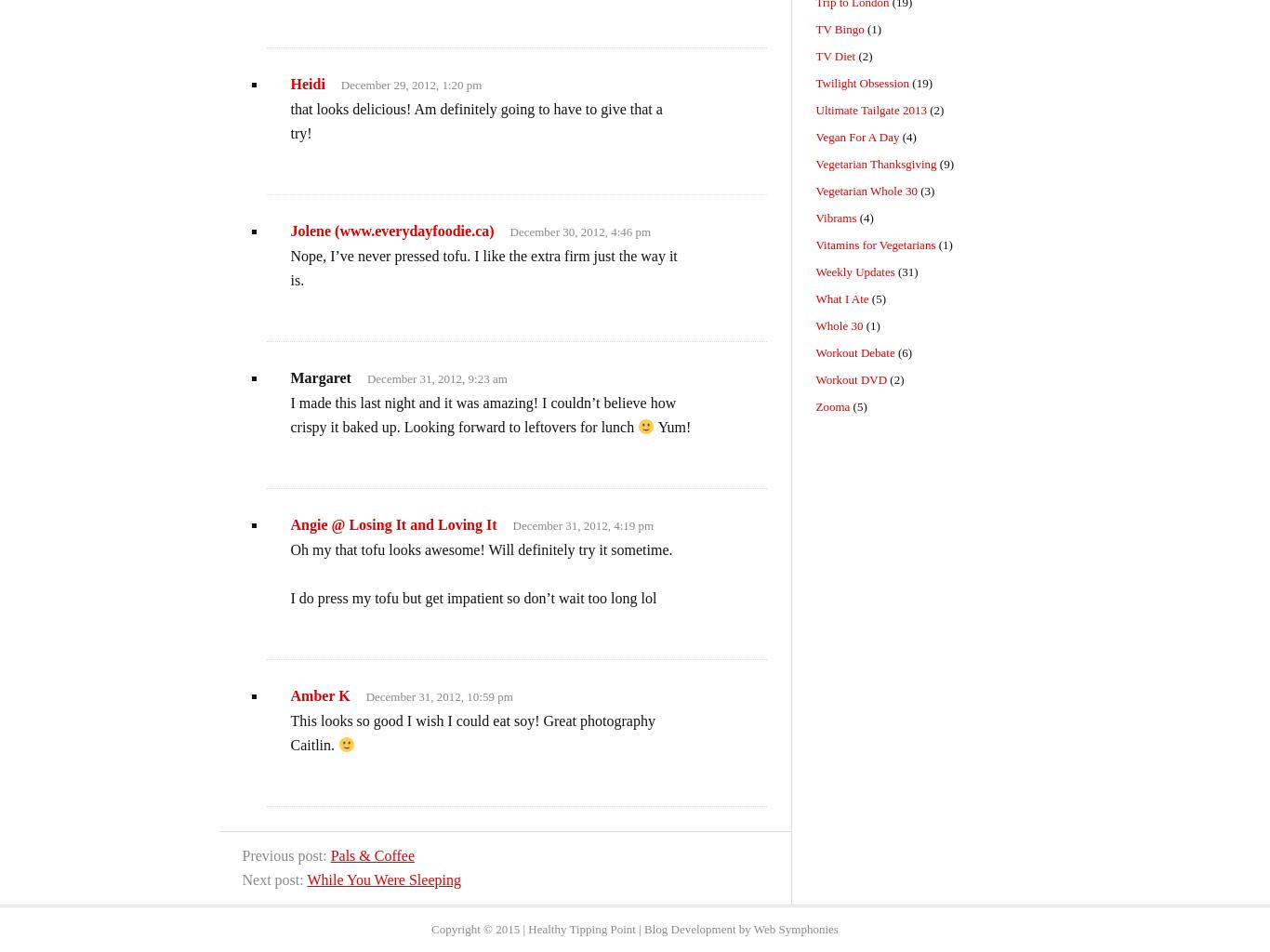 Image resolution: width=1270 pixels, height=952 pixels. What do you see at coordinates (870, 110) in the screenshot?
I see `'Ultimate Tailgate 2013'` at bounding box center [870, 110].